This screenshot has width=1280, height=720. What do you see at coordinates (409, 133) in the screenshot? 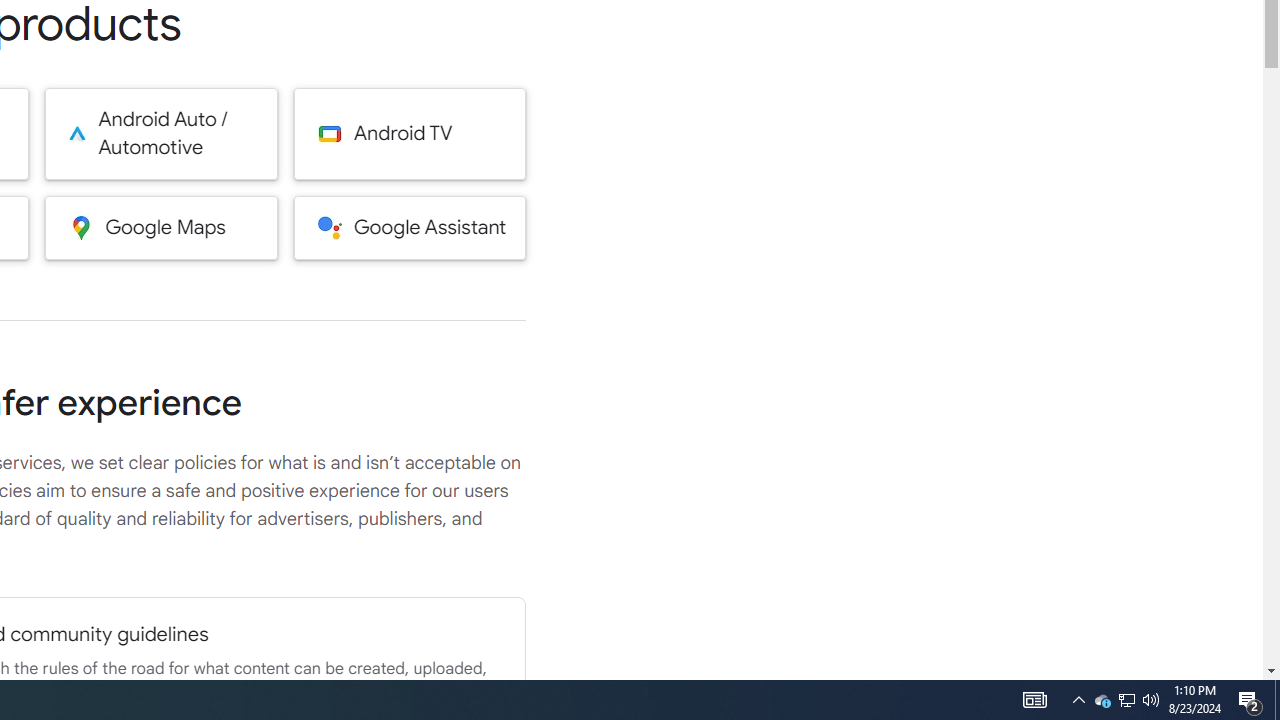
I see `'Android TV'` at bounding box center [409, 133].